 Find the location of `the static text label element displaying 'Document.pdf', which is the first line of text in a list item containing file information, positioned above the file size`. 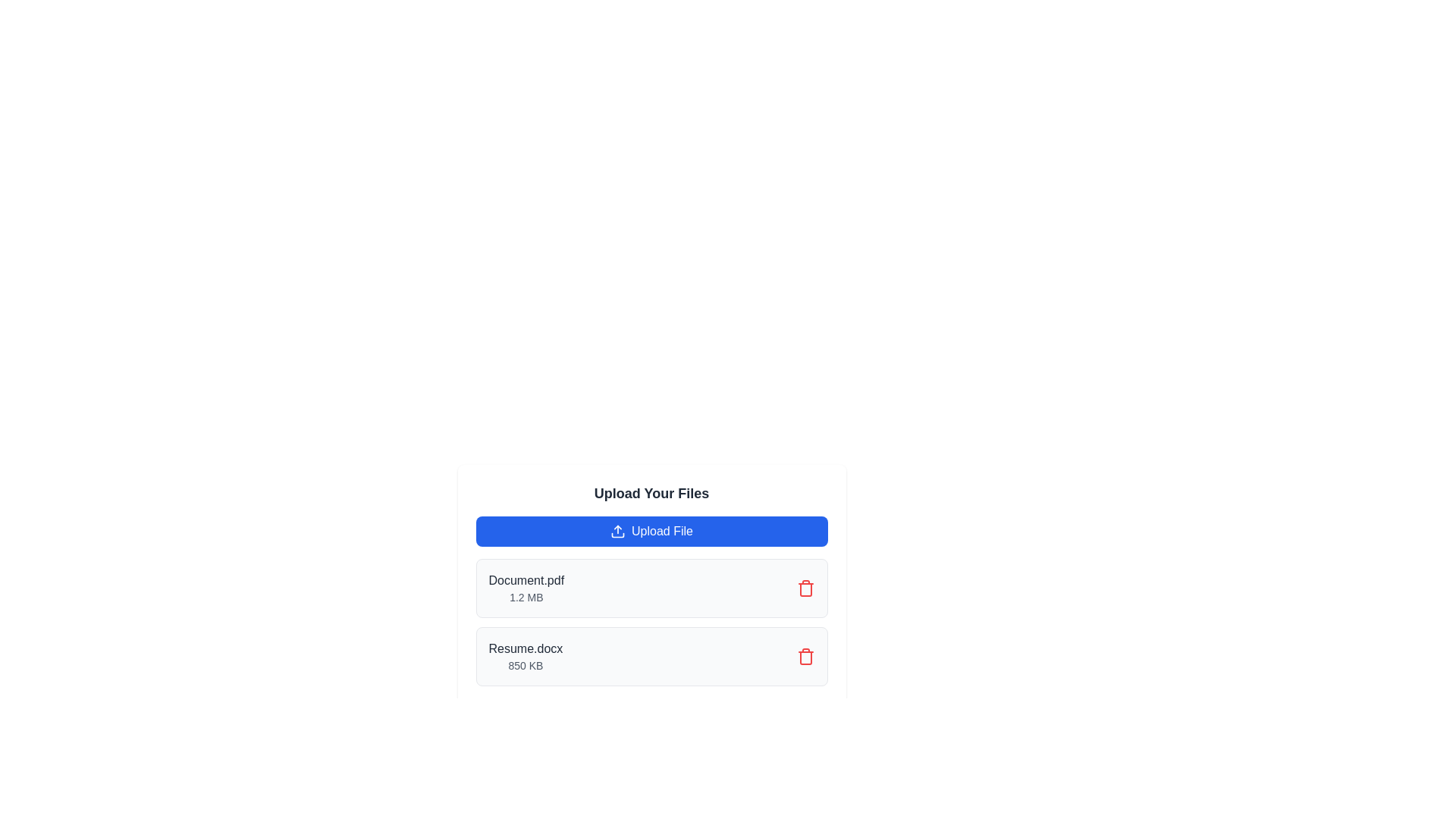

the static text label element displaying 'Document.pdf', which is the first line of text in a list item containing file information, positioned above the file size is located at coordinates (526, 580).